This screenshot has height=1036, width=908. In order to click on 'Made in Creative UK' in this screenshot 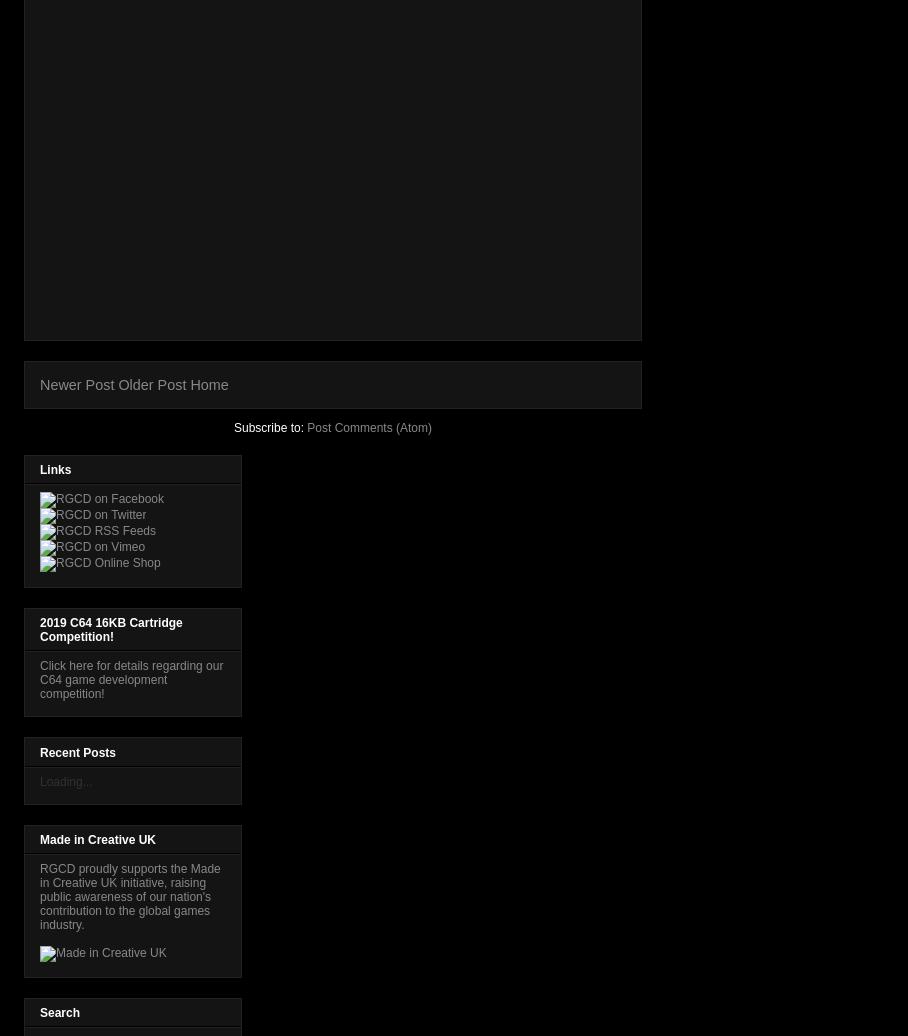, I will do `click(96, 838)`.